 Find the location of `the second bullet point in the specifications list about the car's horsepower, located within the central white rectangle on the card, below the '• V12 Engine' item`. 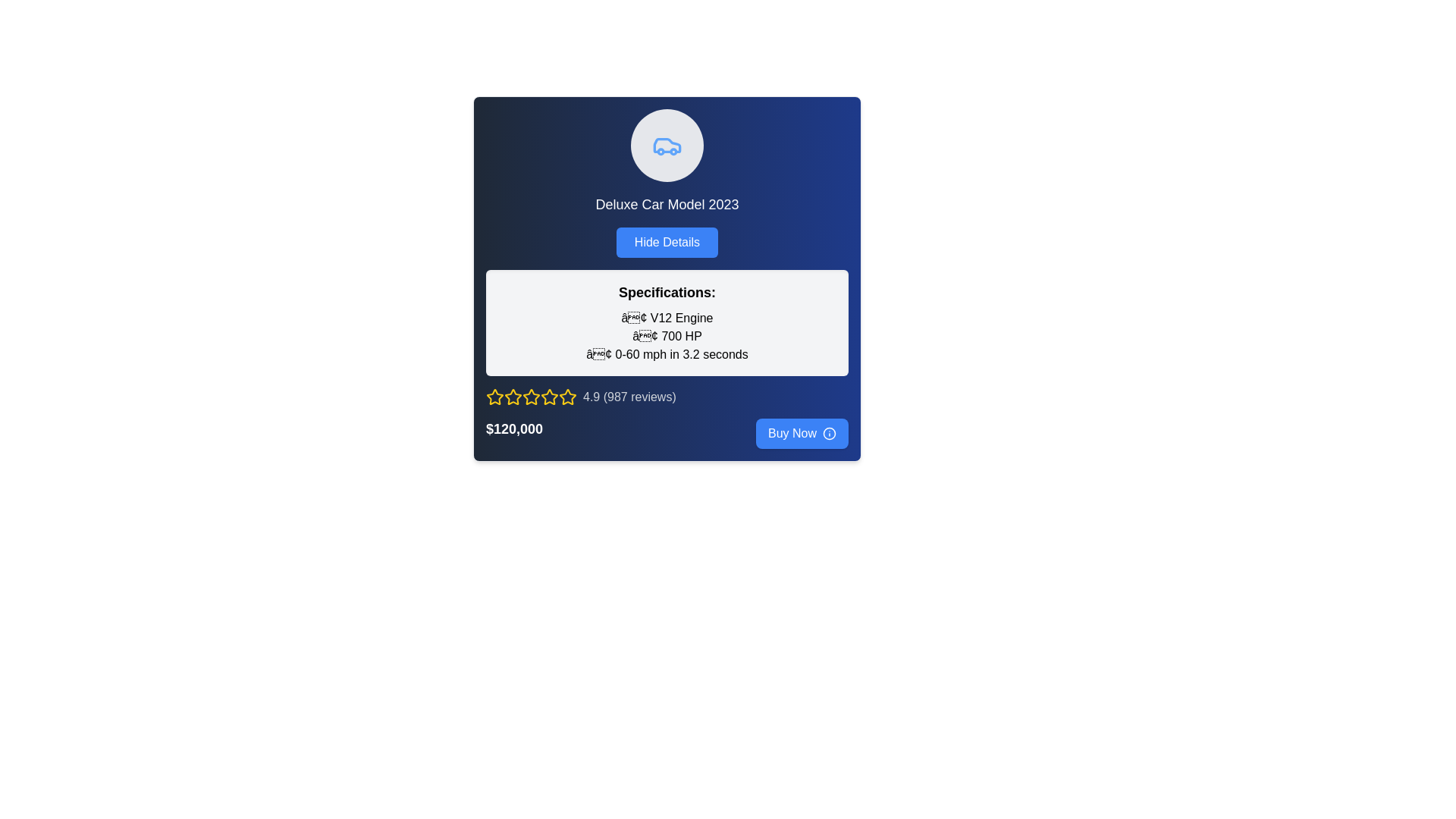

the second bullet point in the specifications list about the car's horsepower, located within the central white rectangle on the card, below the '• V12 Engine' item is located at coordinates (667, 335).